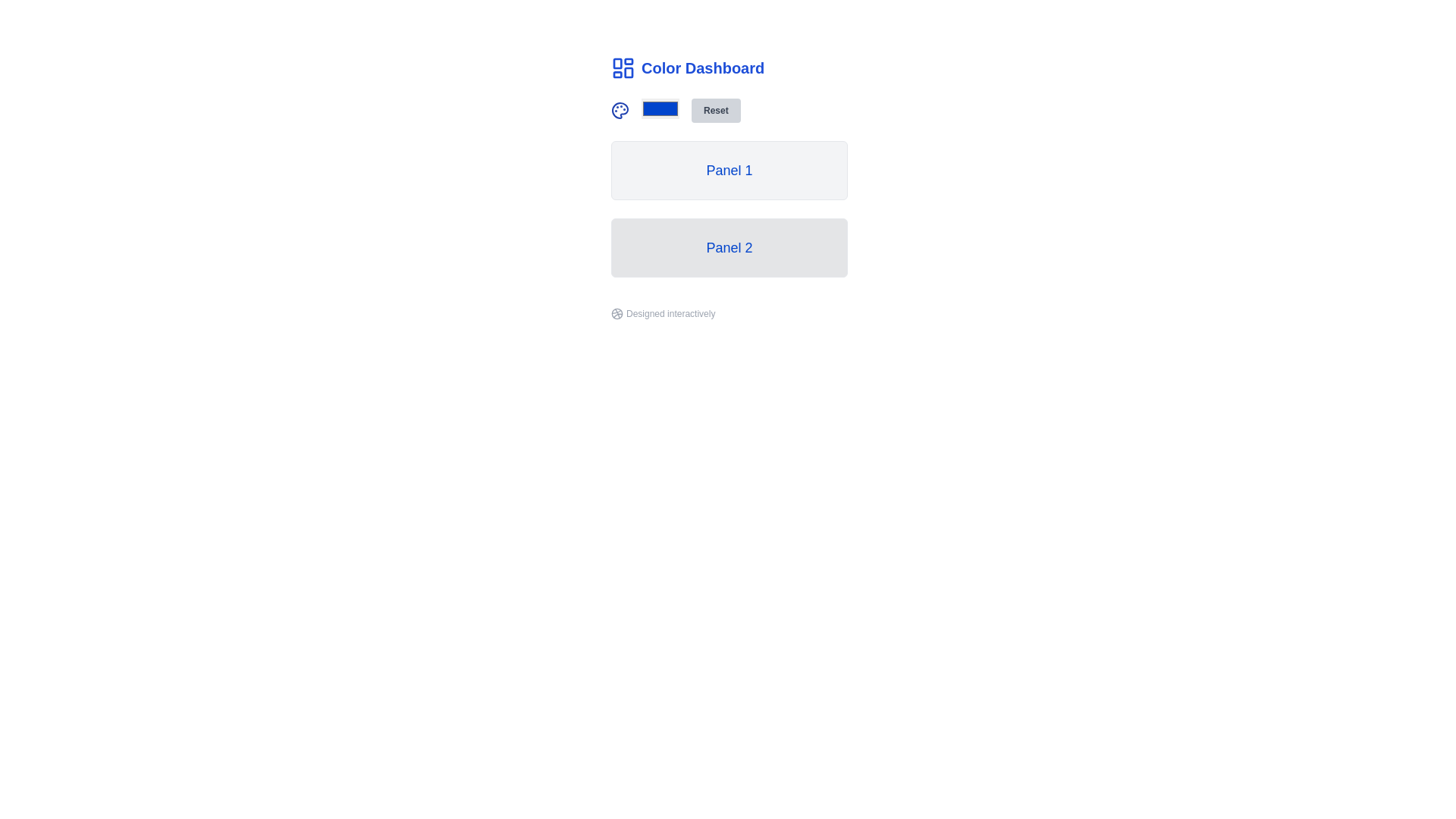  I want to click on the text element labeled 'Panel 2', which is styled with a large blue font and is centered within a light gray background, located below 'Panel 1', so click(729, 247).